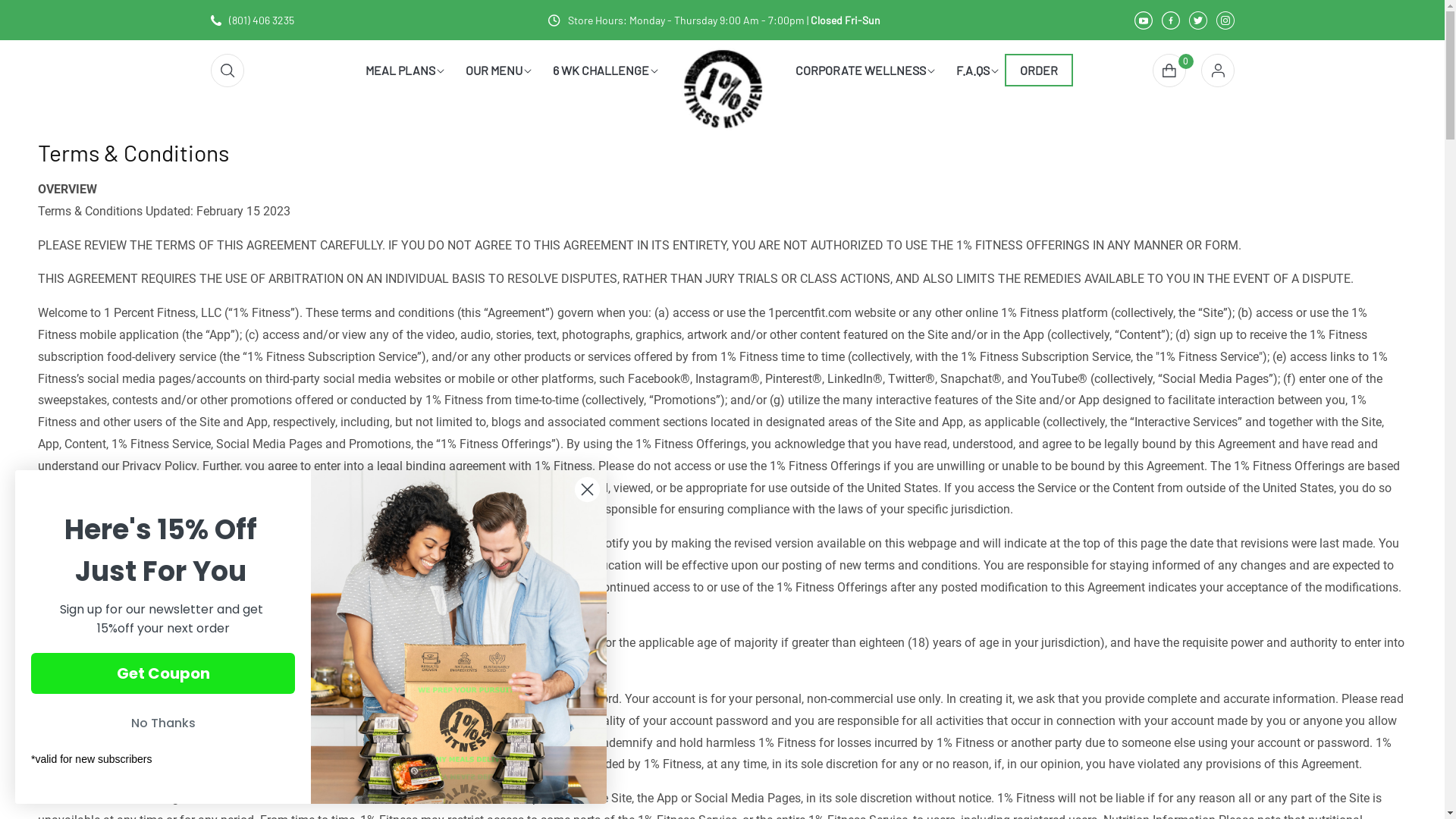  What do you see at coordinates (1197, 20) in the screenshot?
I see `'Twitter'` at bounding box center [1197, 20].